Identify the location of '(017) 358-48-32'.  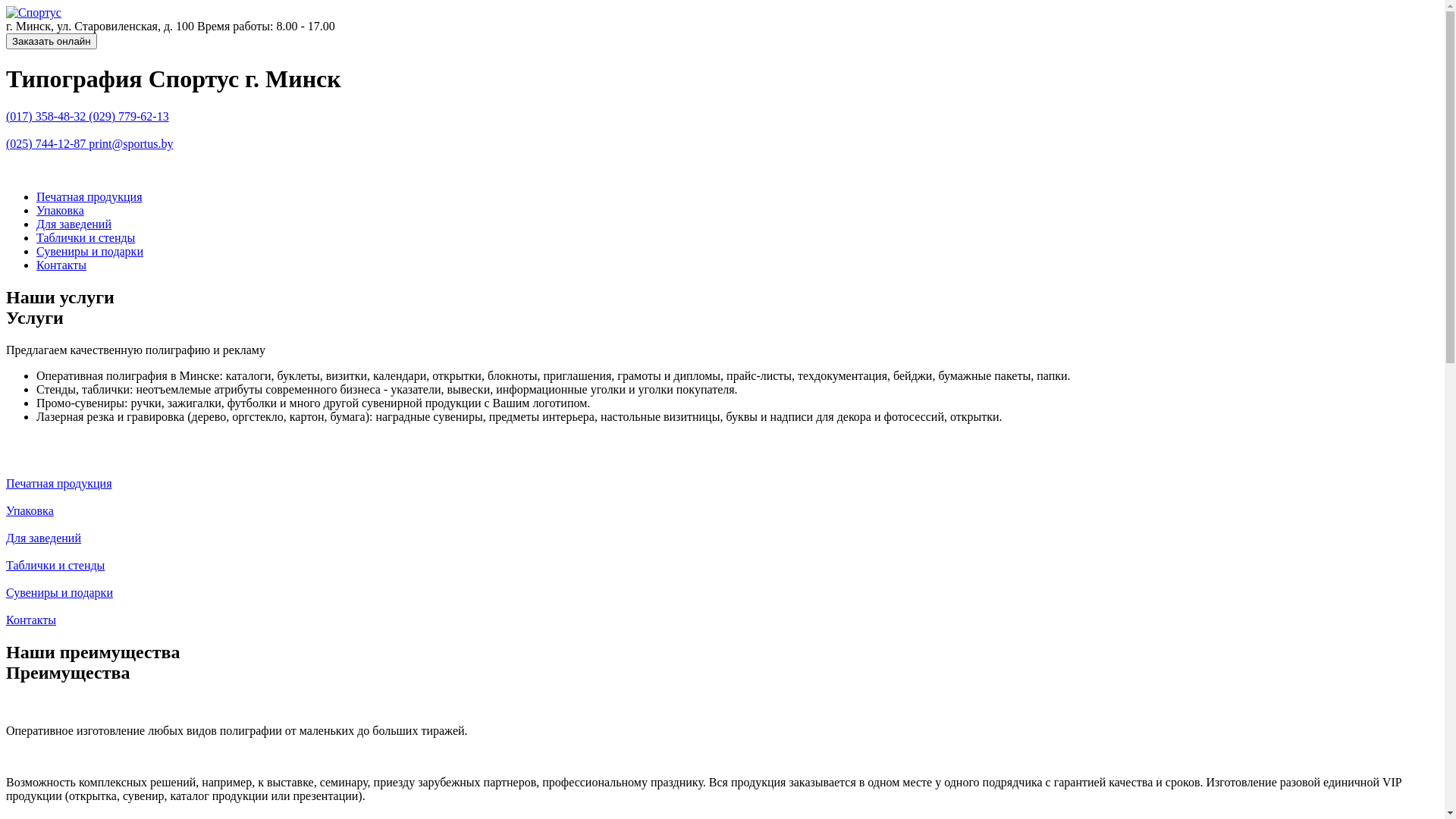
(47, 115).